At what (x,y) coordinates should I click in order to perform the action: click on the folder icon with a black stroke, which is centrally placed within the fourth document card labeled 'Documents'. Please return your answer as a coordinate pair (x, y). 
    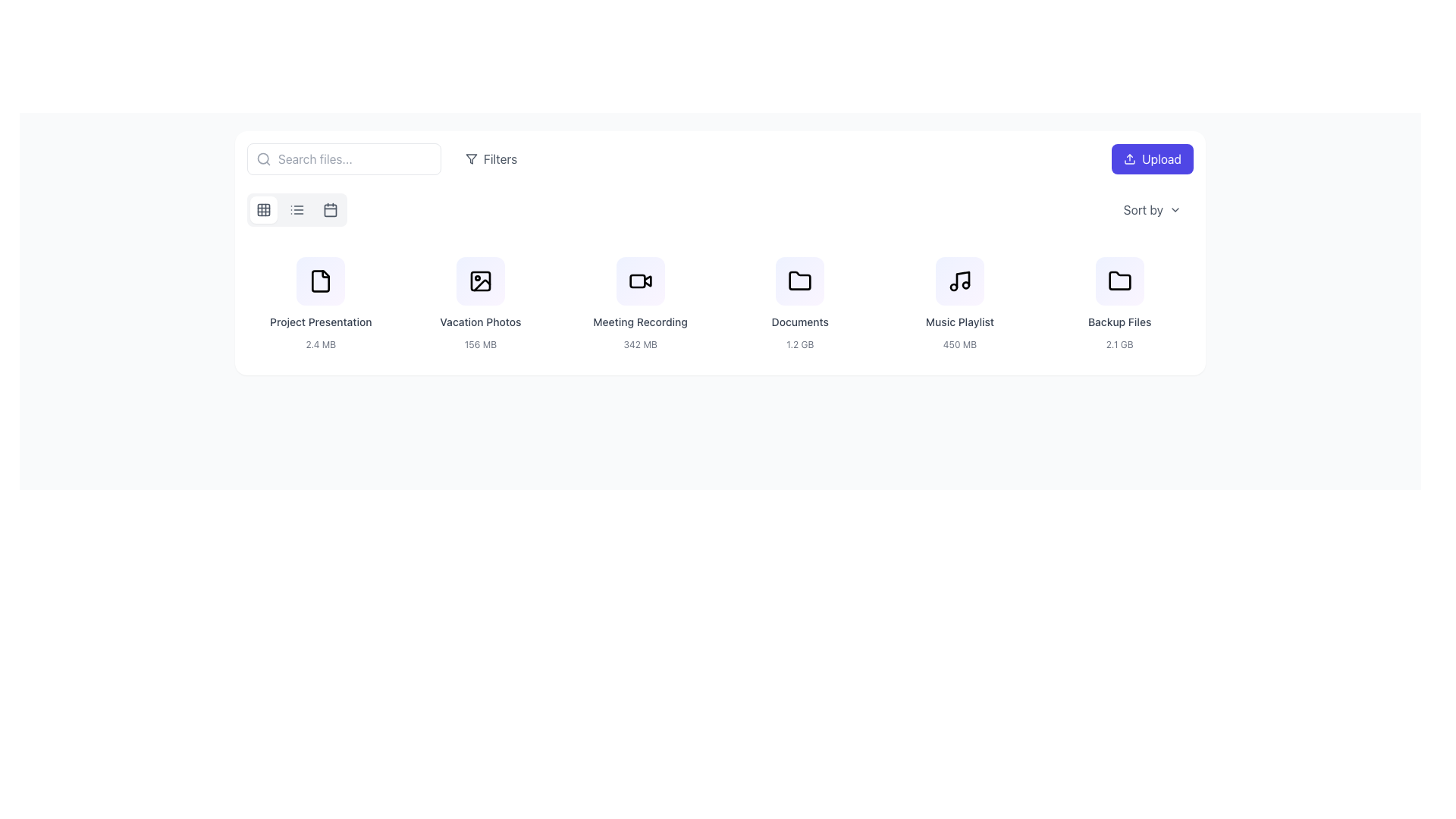
    Looking at the image, I should click on (799, 281).